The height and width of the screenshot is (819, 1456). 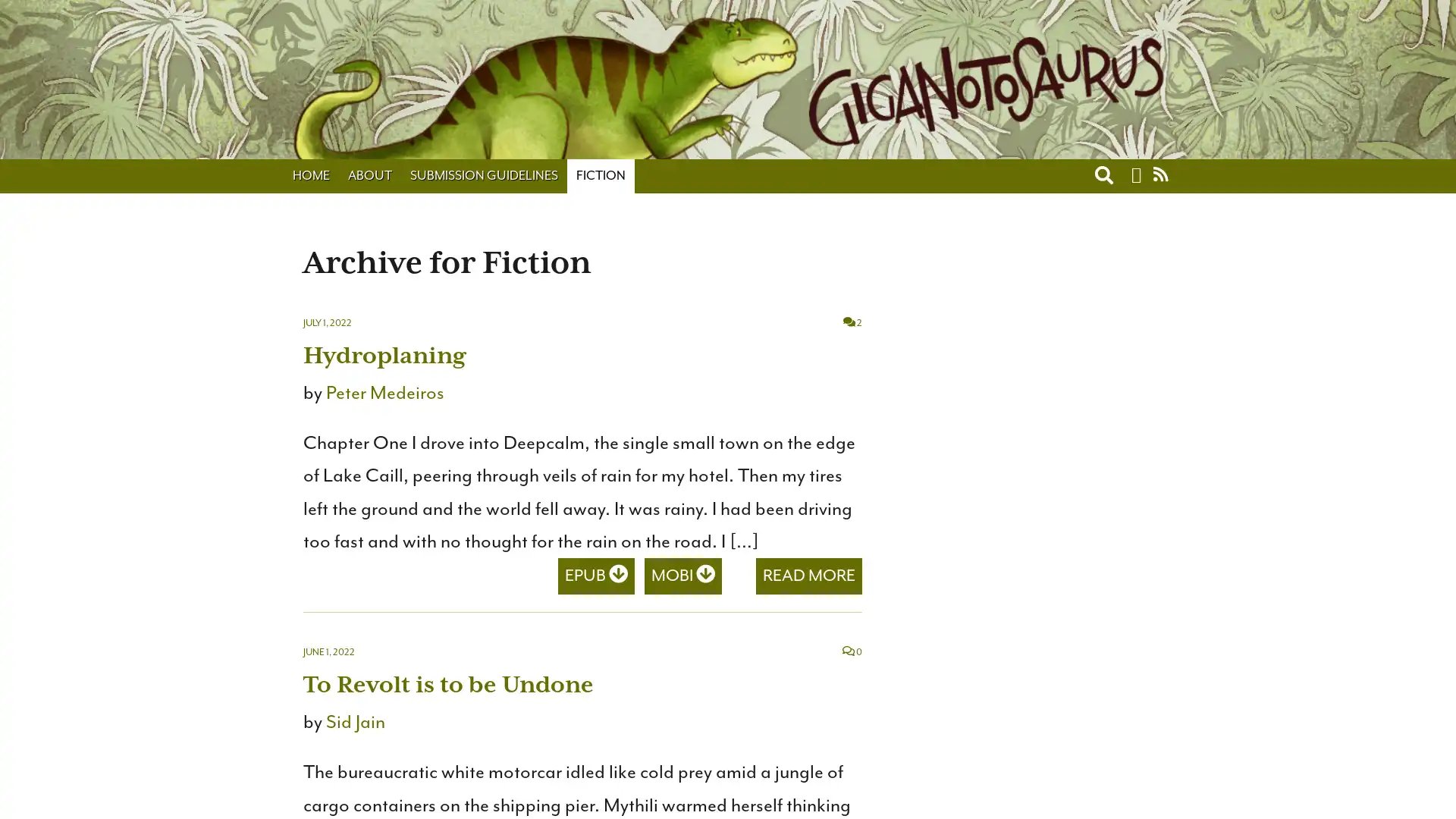 What do you see at coordinates (1096, 174) in the screenshot?
I see `Toggle search` at bounding box center [1096, 174].